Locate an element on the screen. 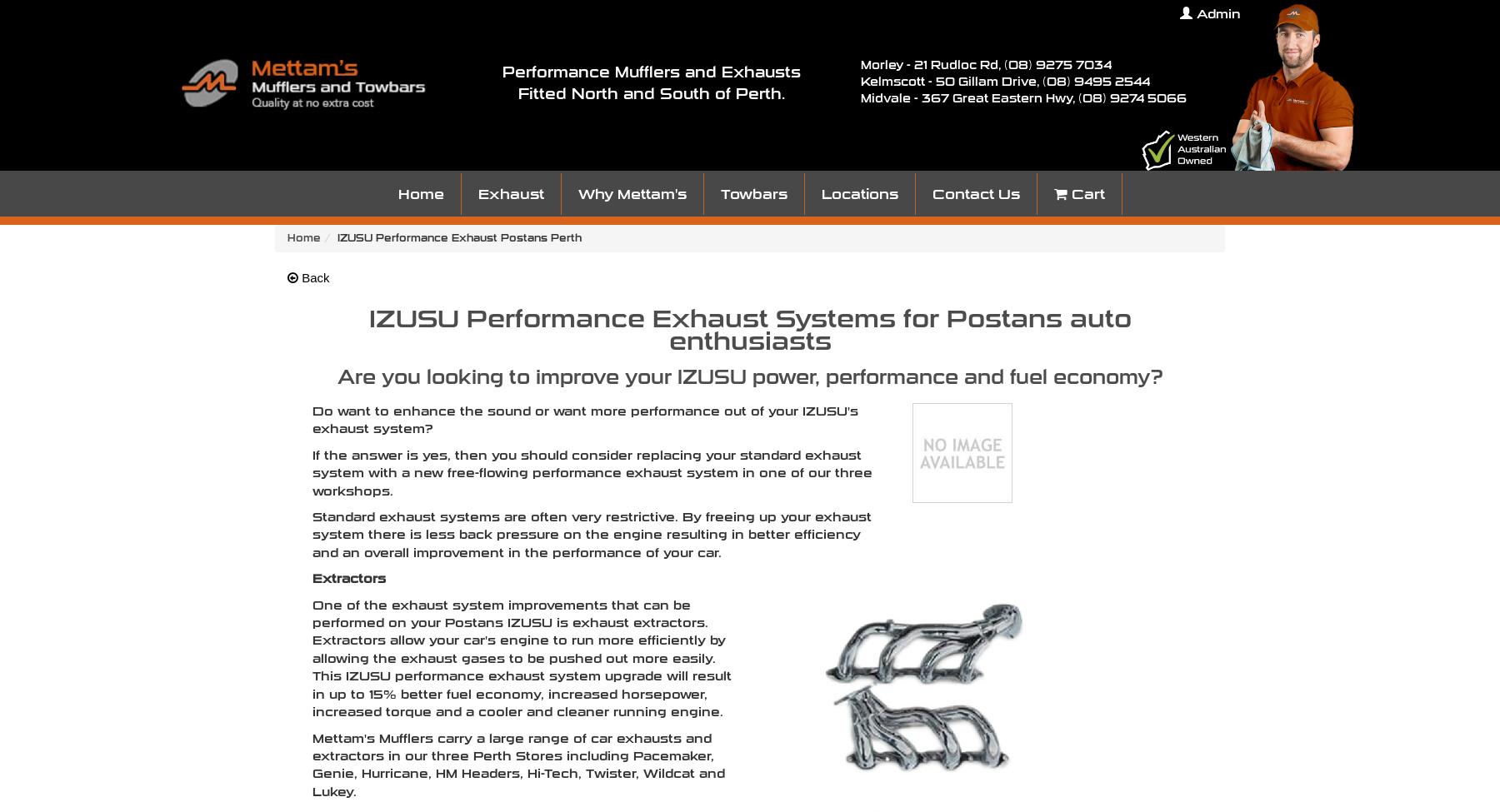  'If the answer is yes, then you should consider replacing your standard exhaust system with a new free-flowing performance exhaust system in one of our three workshops.' is located at coordinates (592, 471).